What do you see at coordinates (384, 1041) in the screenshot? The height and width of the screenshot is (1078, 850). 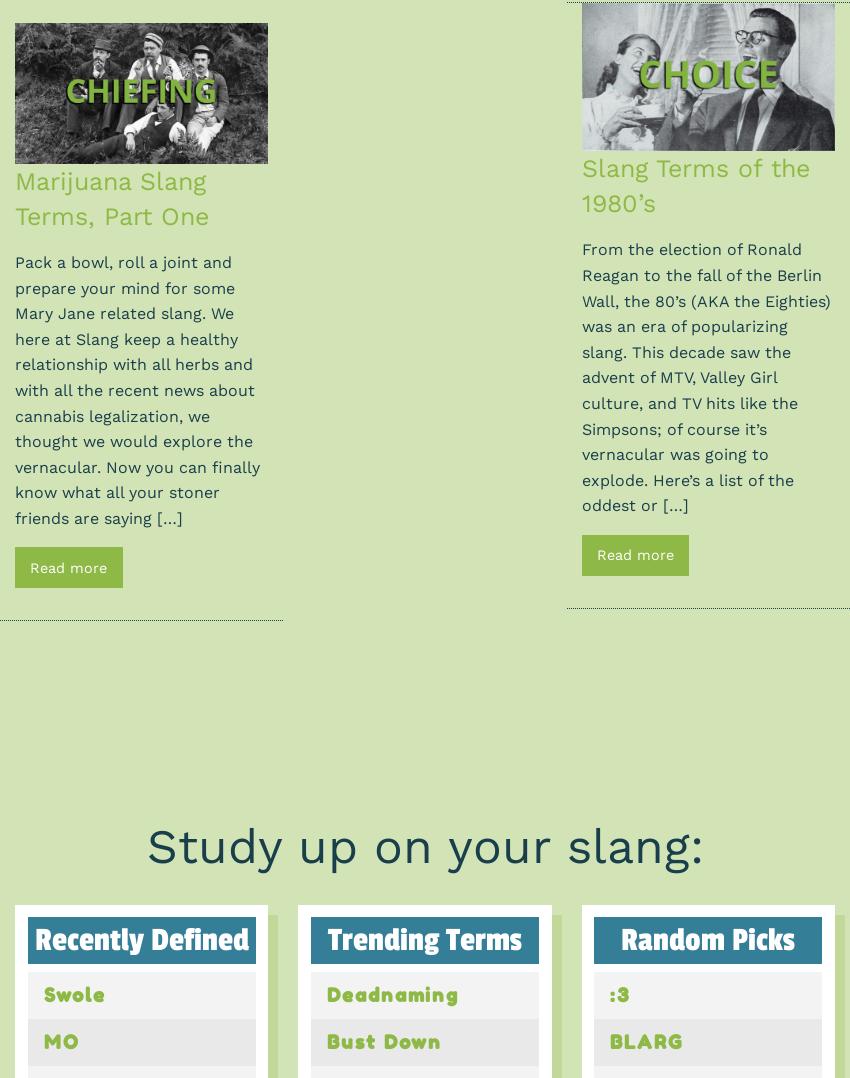 I see `'Bust Down'` at bounding box center [384, 1041].